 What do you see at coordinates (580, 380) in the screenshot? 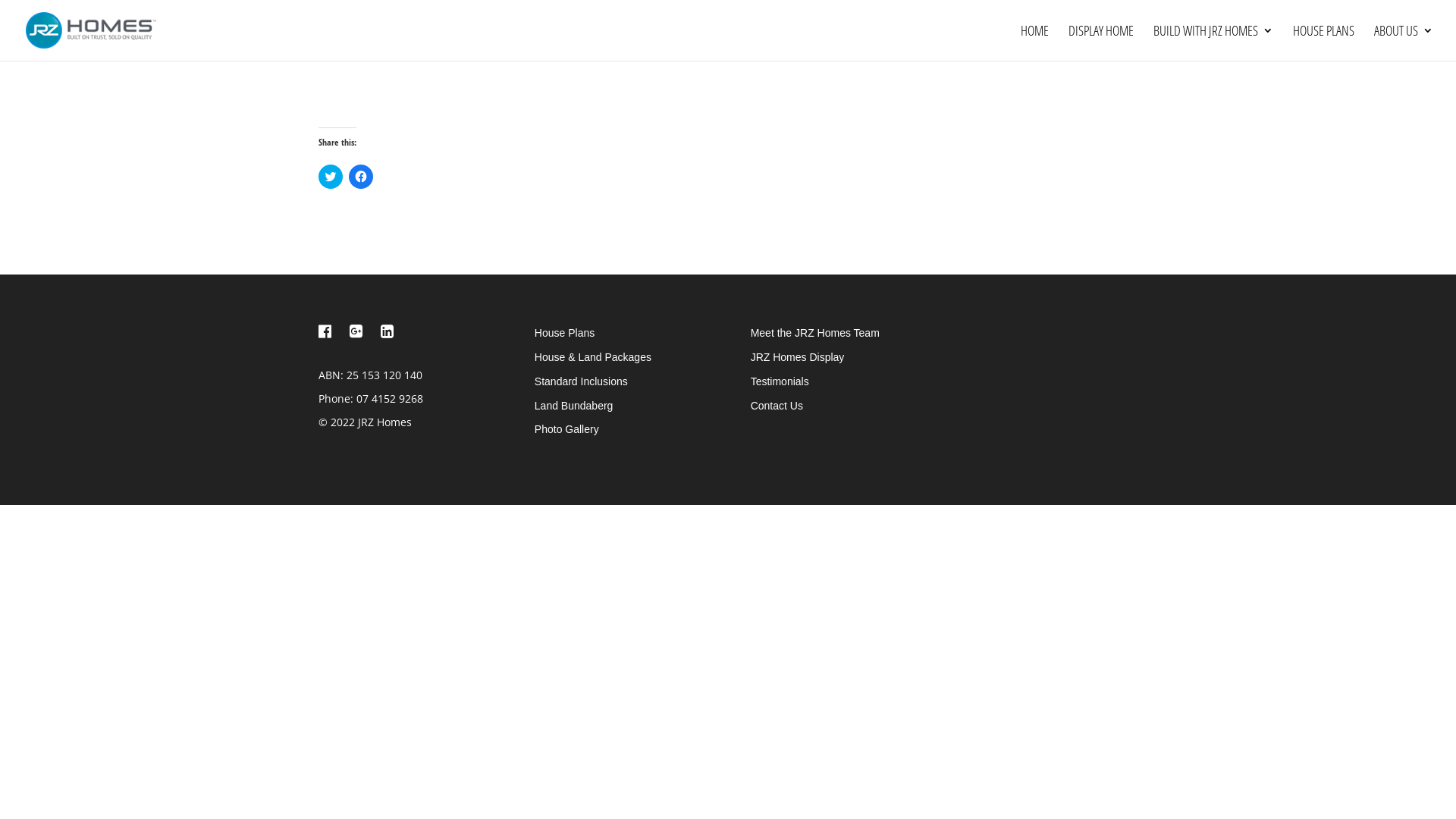
I see `'Standard Inclusions'` at bounding box center [580, 380].